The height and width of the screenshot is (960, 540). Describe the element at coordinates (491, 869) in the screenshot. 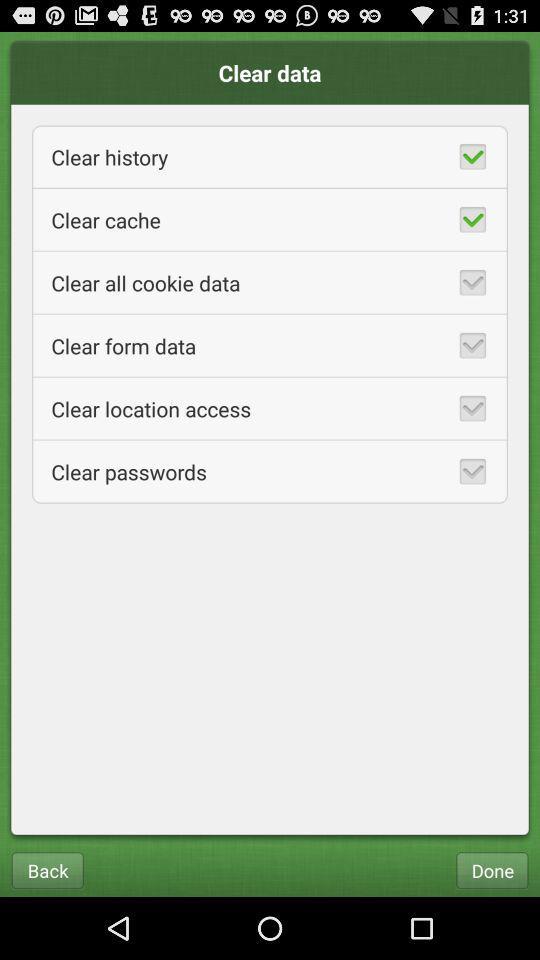

I see `done` at that location.